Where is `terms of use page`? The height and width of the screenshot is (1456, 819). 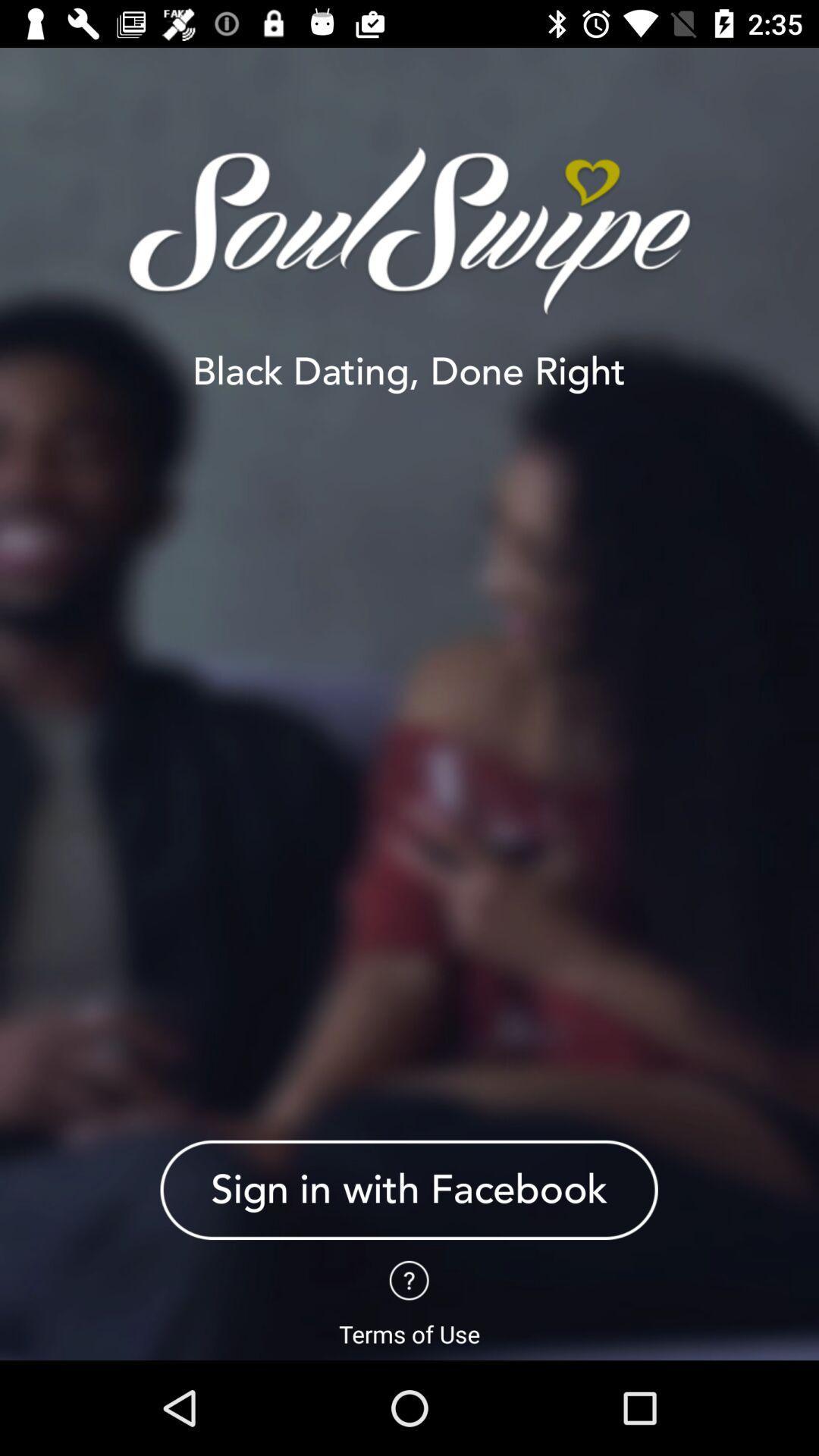 terms of use page is located at coordinates (408, 1279).